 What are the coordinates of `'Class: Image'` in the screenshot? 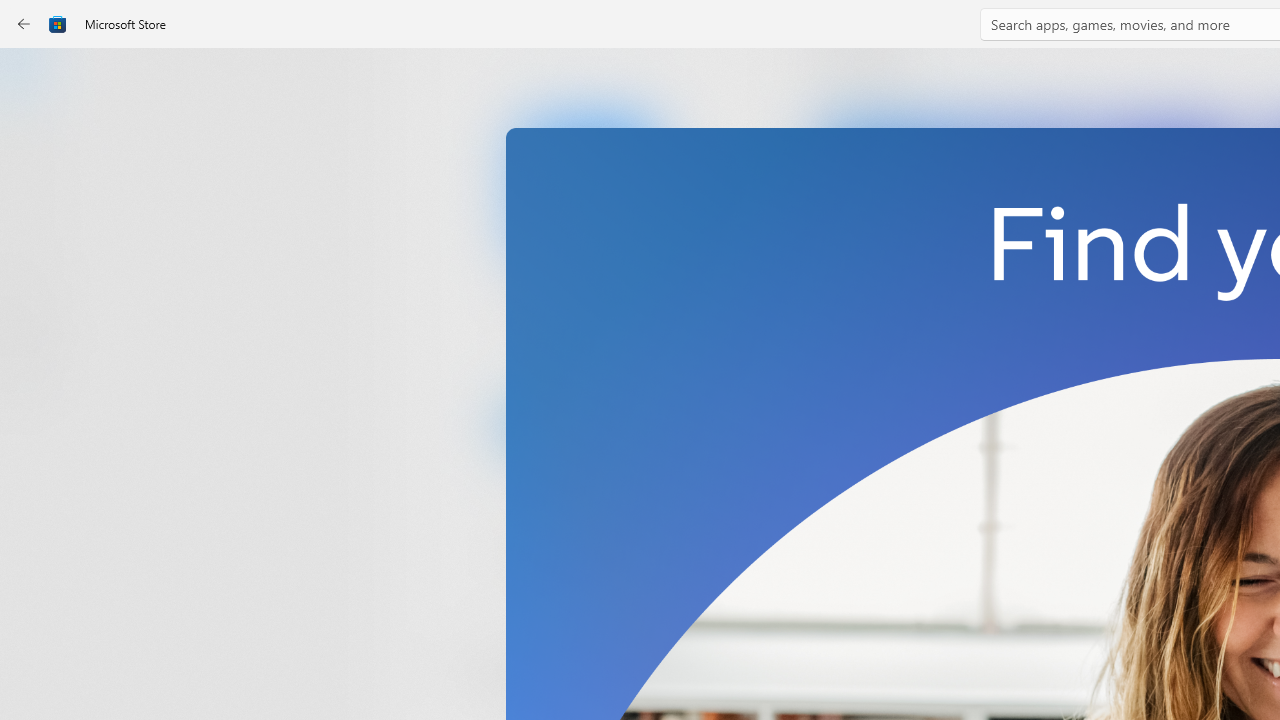 It's located at (58, 24).